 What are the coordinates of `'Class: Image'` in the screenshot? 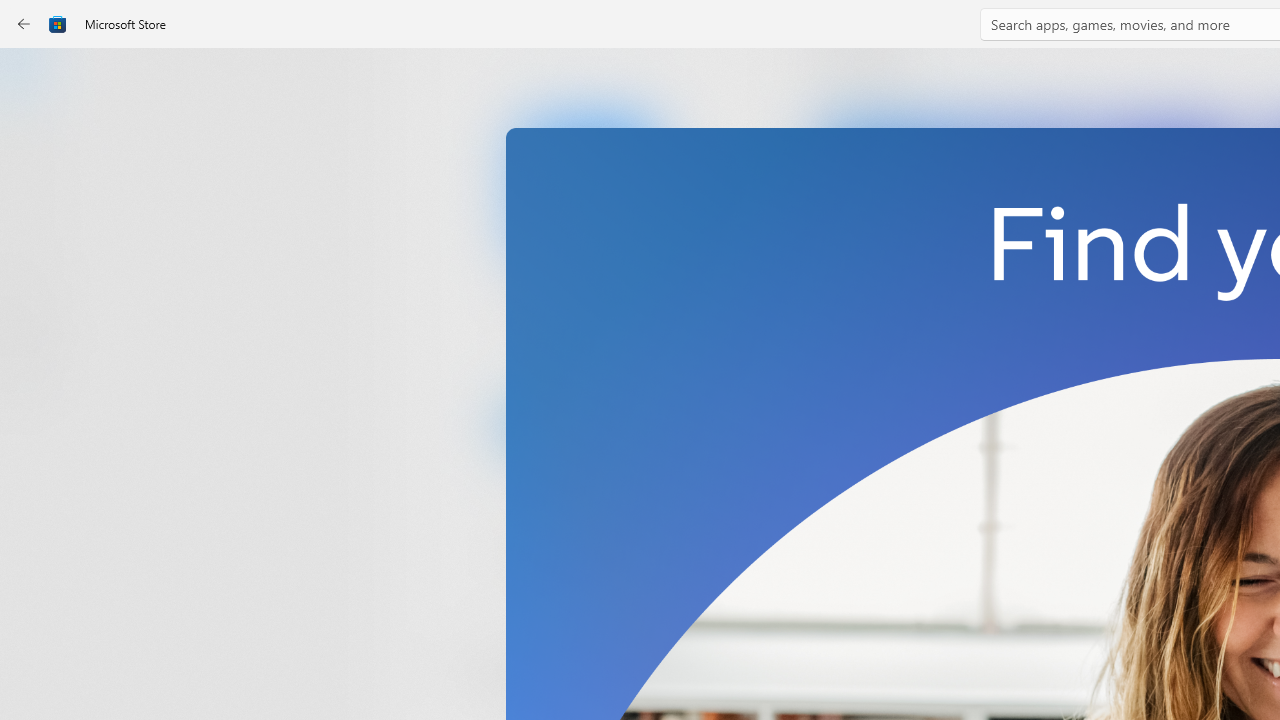 It's located at (58, 24).